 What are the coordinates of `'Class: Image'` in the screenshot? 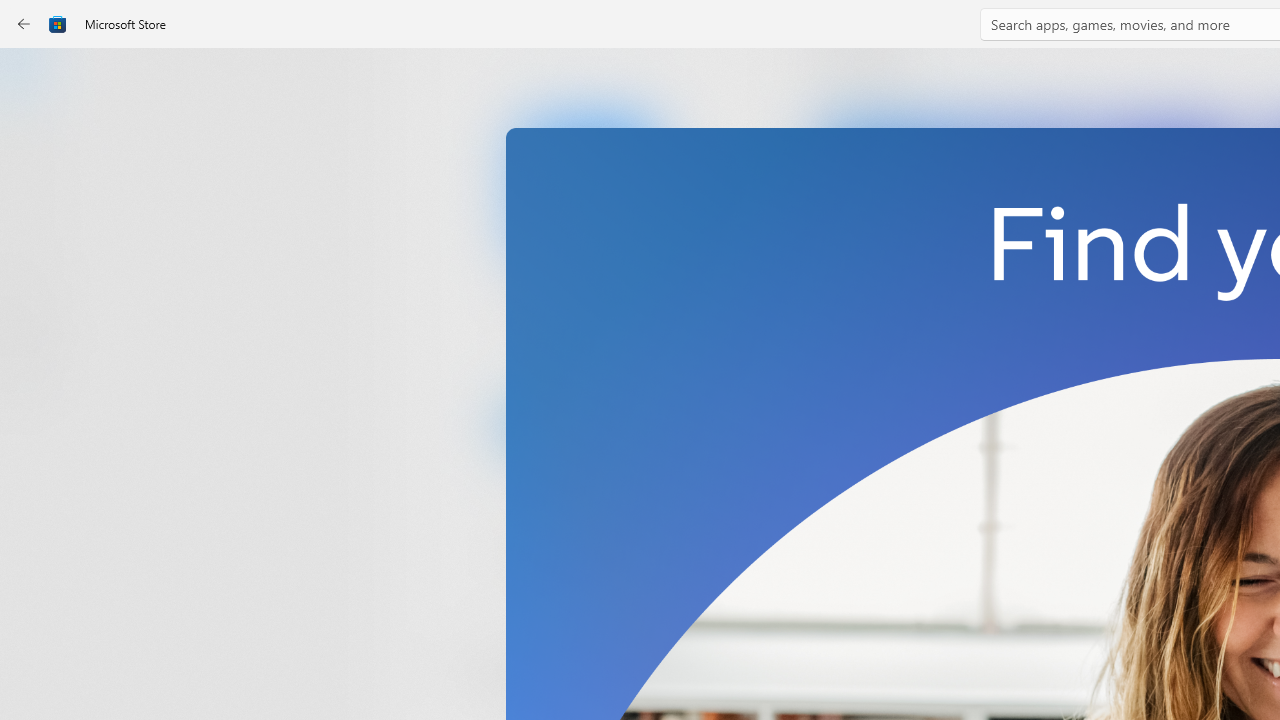 It's located at (58, 24).